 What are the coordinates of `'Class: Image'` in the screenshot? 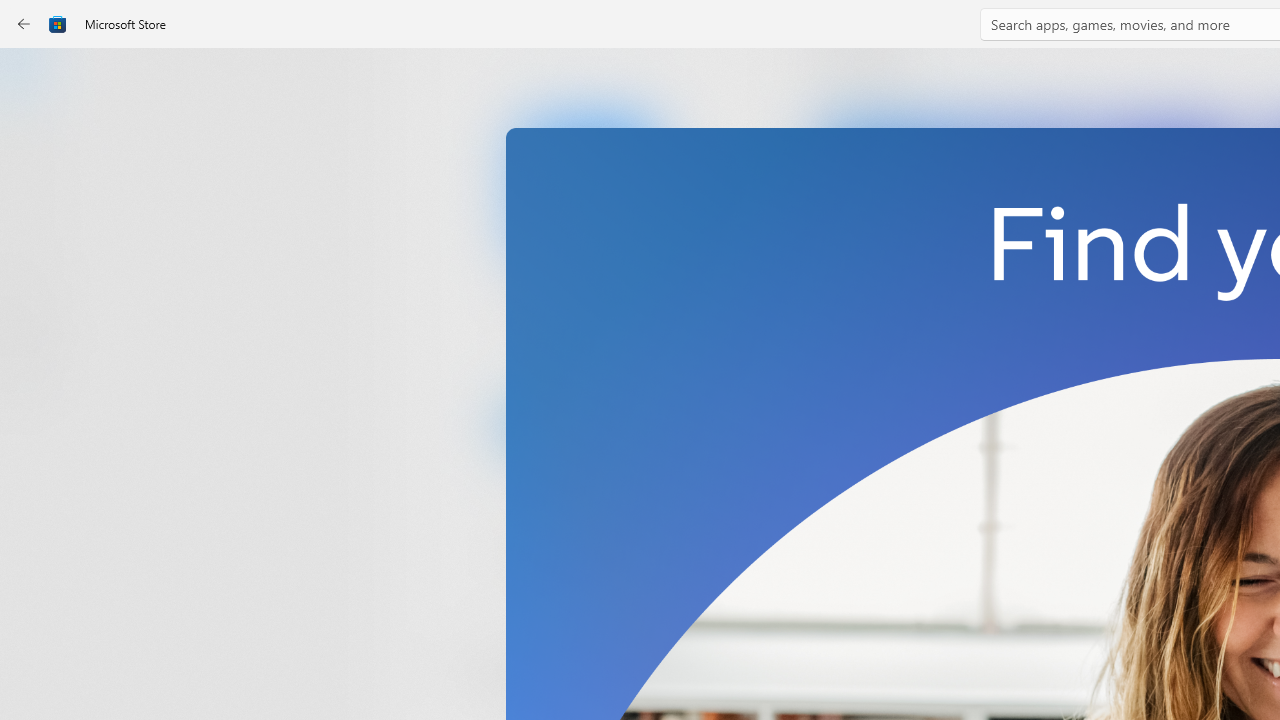 It's located at (58, 24).